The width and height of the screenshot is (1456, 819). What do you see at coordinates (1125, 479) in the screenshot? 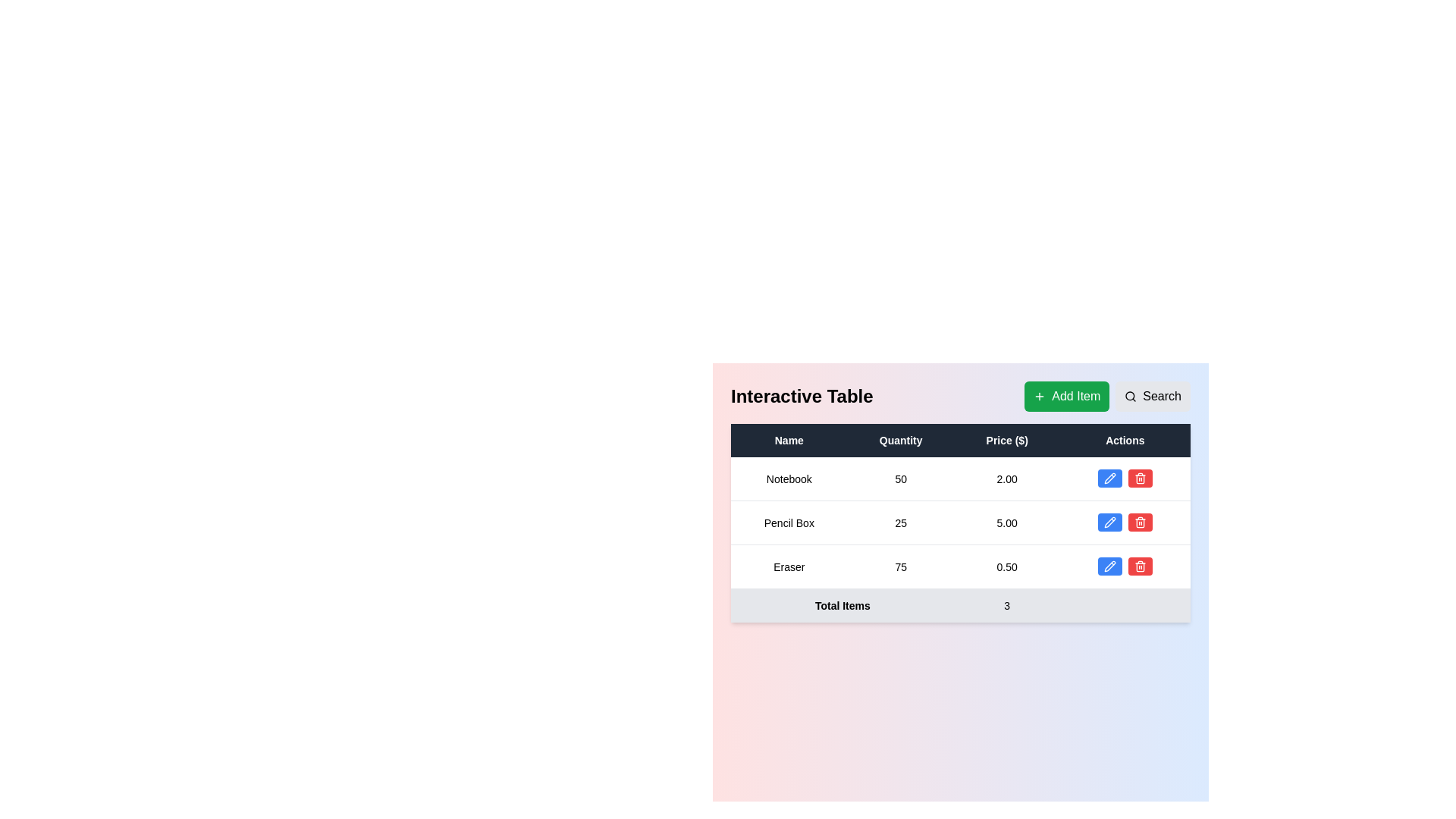
I see `the interactive button group located in the 'Actions' column of the first row of the data table` at bounding box center [1125, 479].